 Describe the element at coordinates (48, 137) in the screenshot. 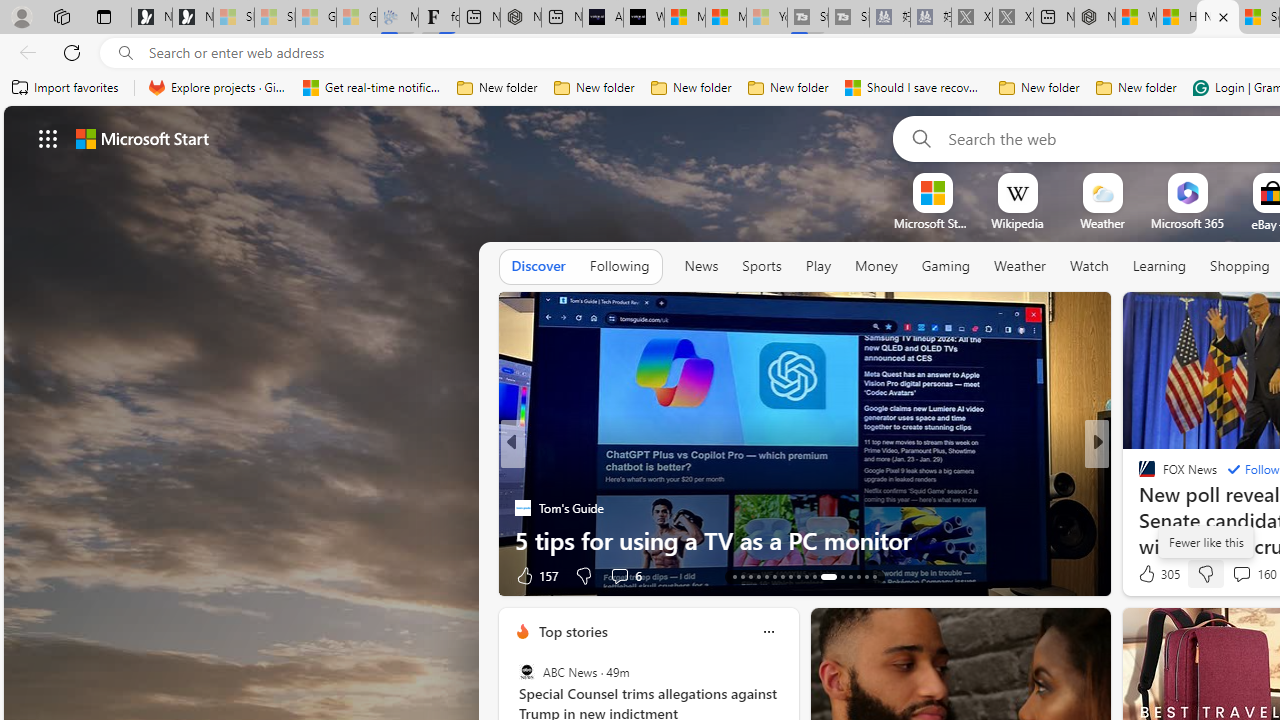

I see `'AutomationID: waffle'` at that location.